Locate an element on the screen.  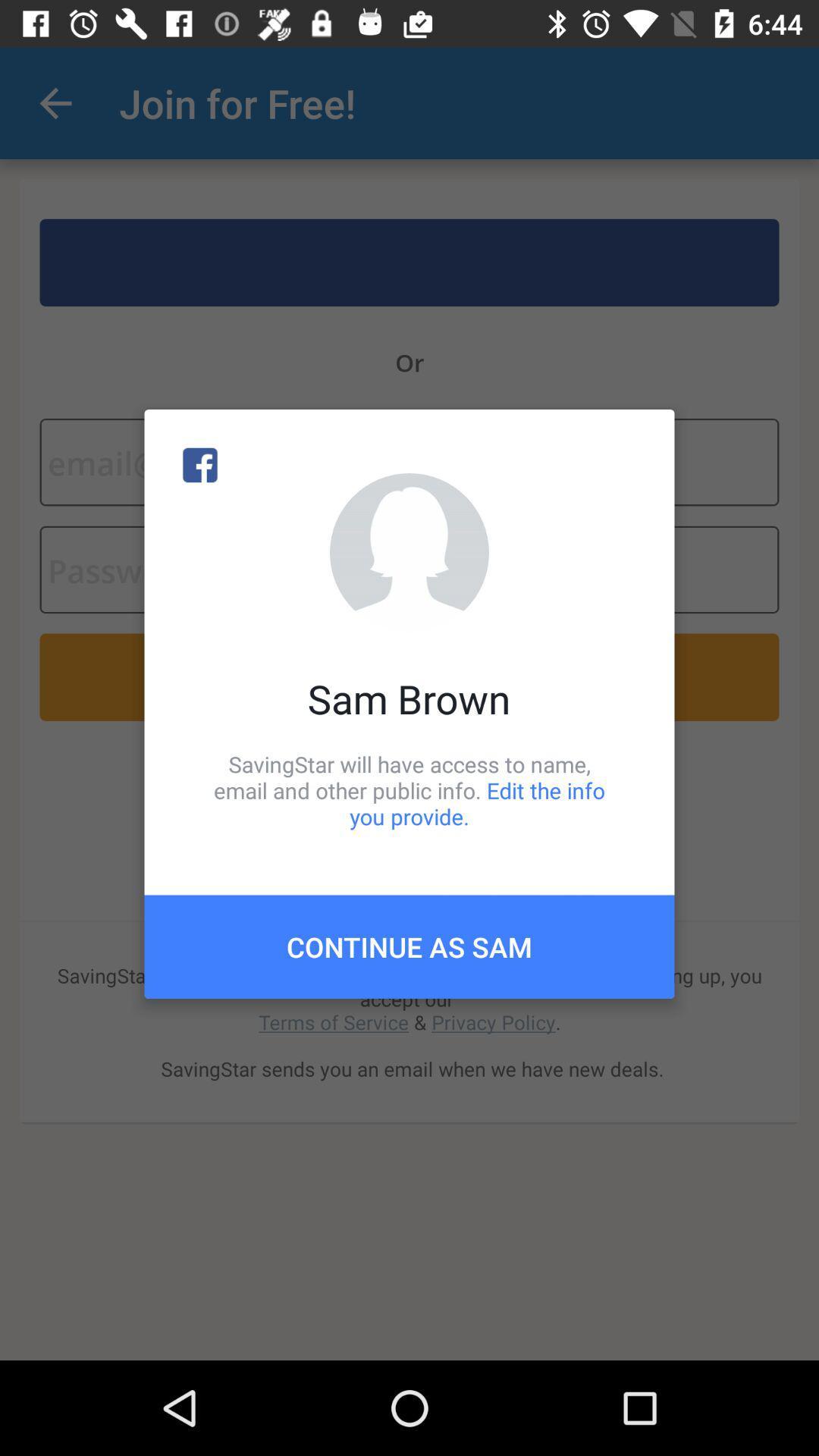
the item below the savingstar will have item is located at coordinates (409, 946).